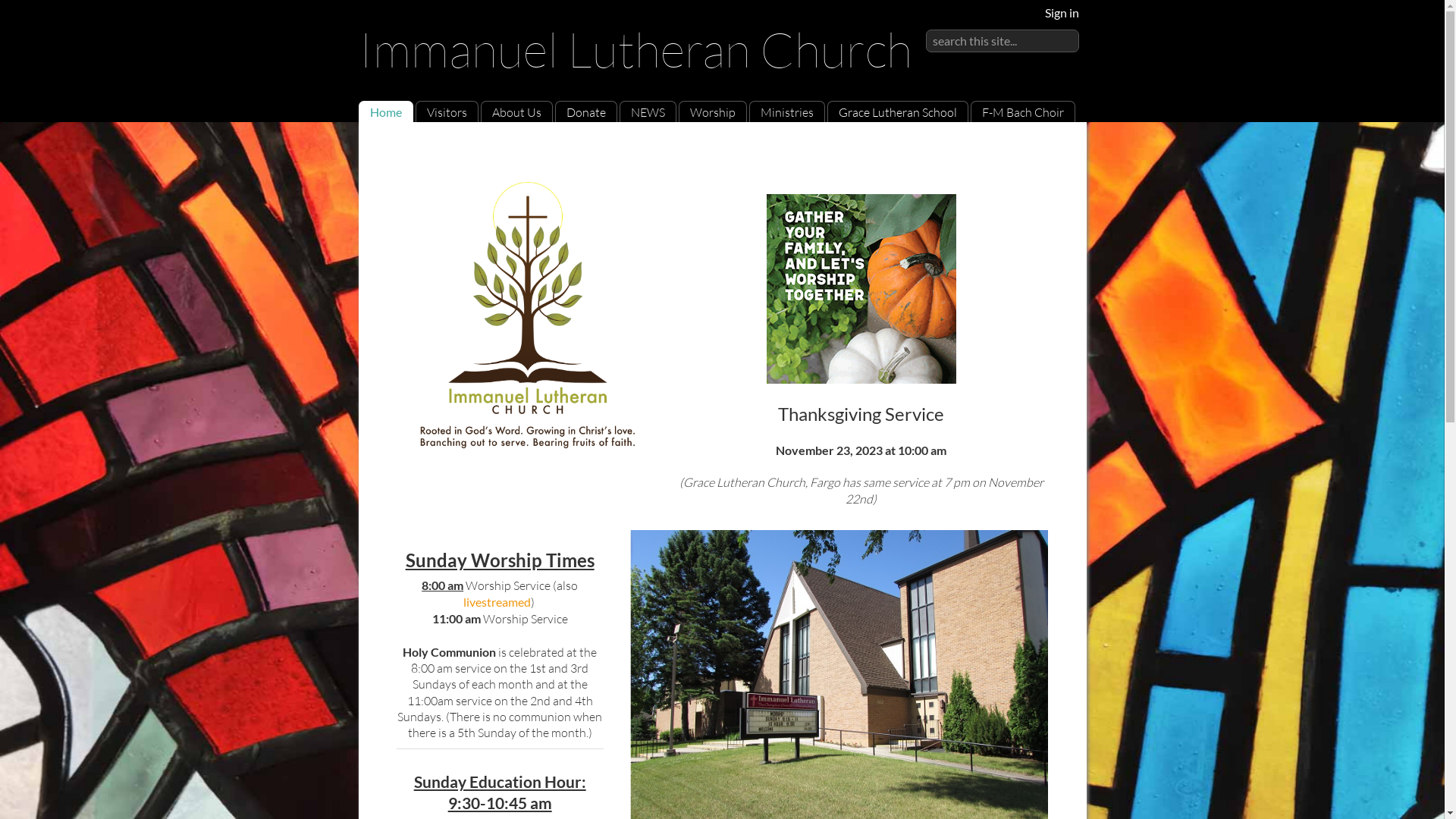 This screenshot has width=1456, height=819. What do you see at coordinates (564, 111) in the screenshot?
I see `'Donate'` at bounding box center [564, 111].